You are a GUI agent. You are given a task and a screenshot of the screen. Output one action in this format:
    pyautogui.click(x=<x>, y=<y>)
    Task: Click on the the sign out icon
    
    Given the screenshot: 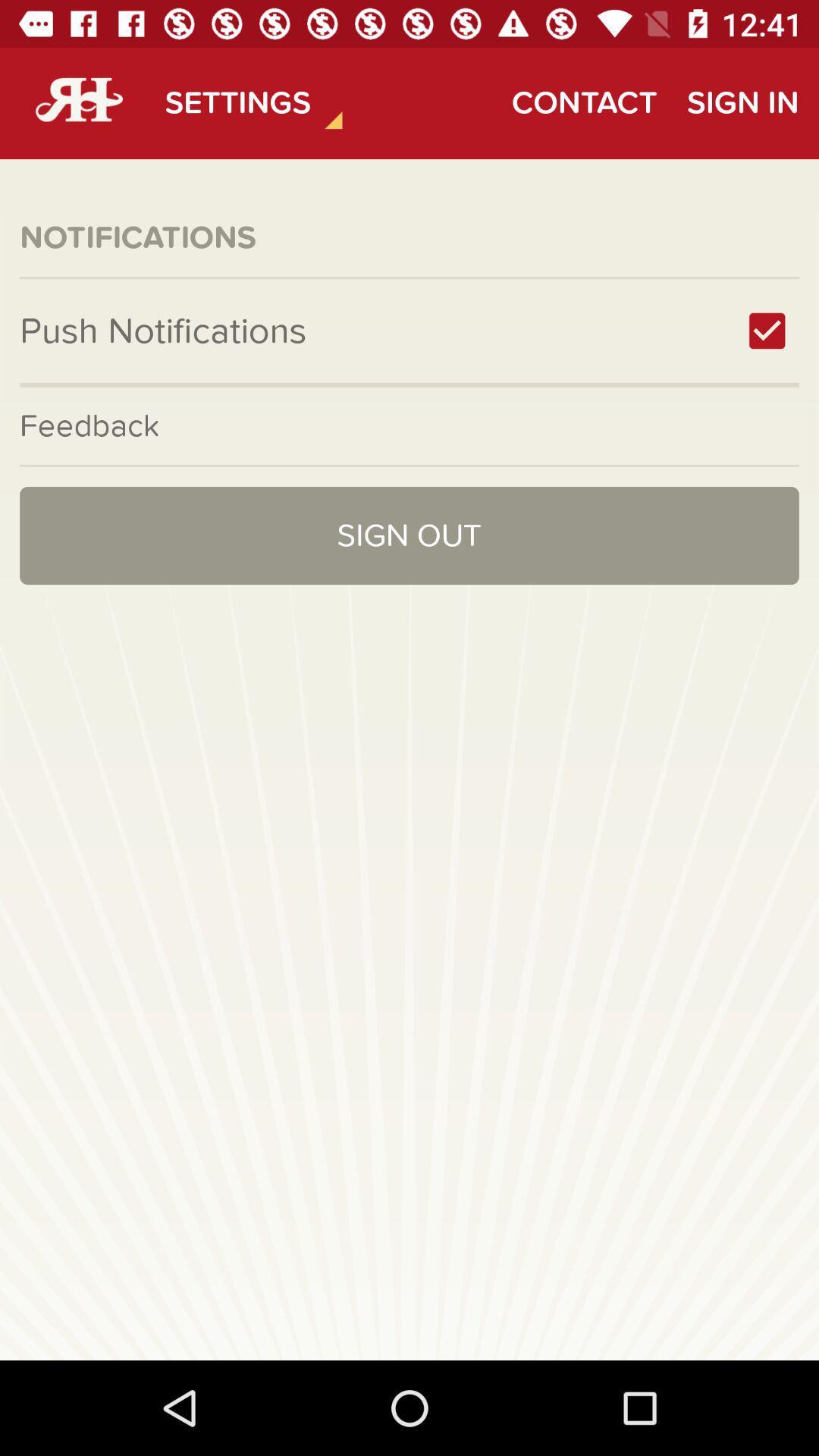 What is the action you would take?
    pyautogui.click(x=409, y=535)
    